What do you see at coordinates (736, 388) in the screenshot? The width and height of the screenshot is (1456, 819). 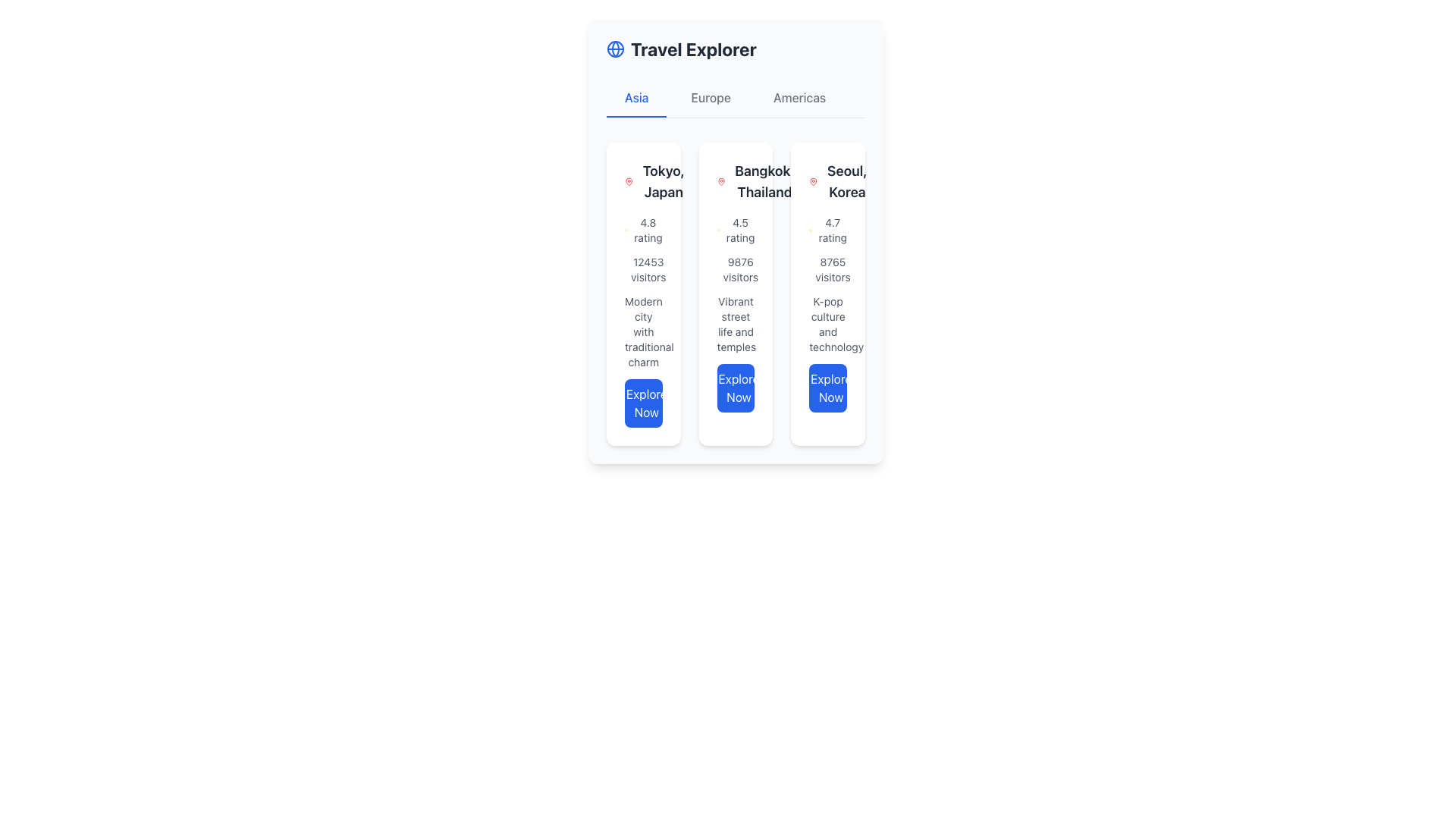 I see `the 'Explore Now' button with a blue background and white text located below the description of 'Bangkok, Thailand'` at bounding box center [736, 388].